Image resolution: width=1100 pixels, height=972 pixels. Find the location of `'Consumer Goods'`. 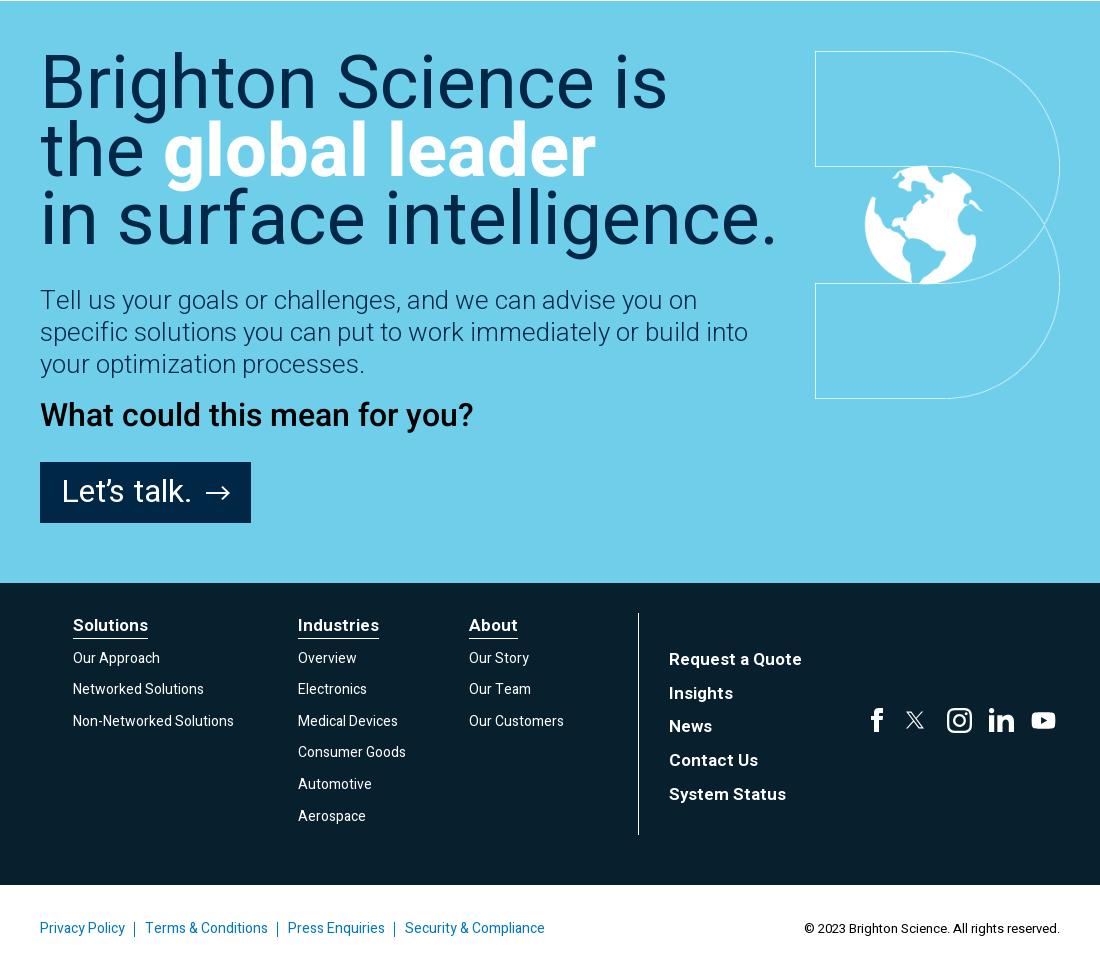

'Consumer Goods' is located at coordinates (351, 752).